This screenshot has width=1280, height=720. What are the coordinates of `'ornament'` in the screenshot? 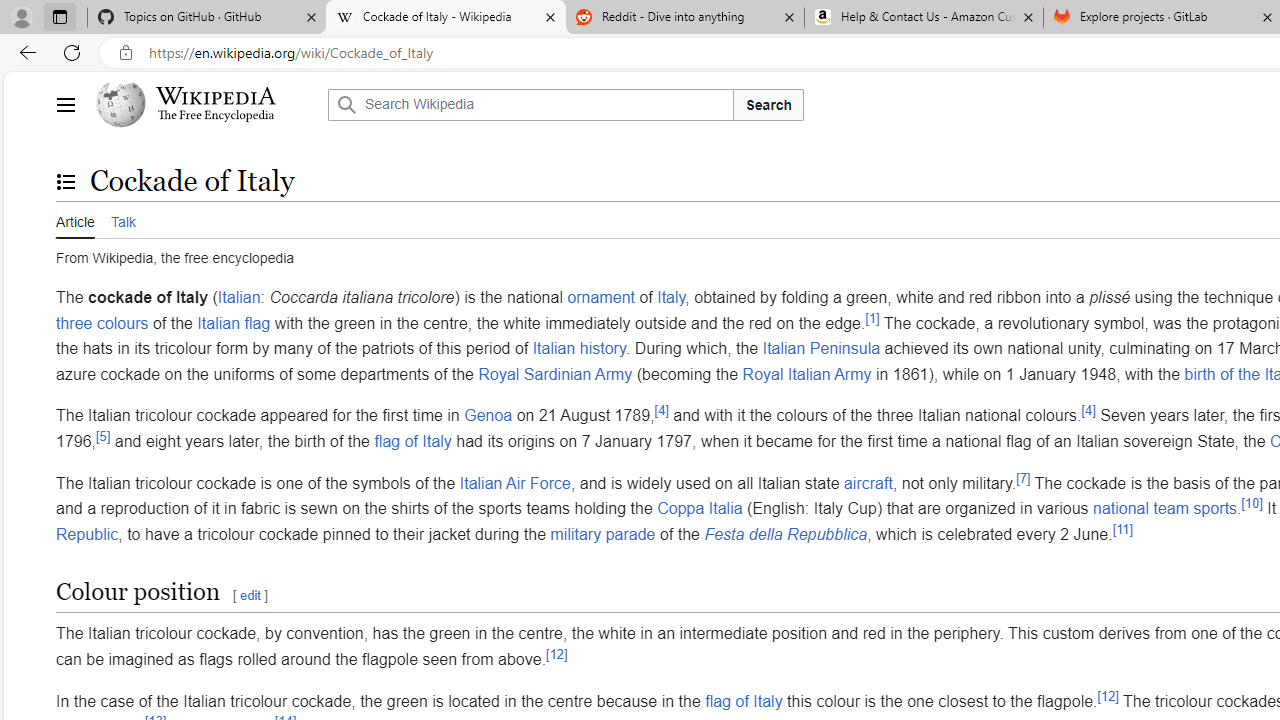 It's located at (599, 297).